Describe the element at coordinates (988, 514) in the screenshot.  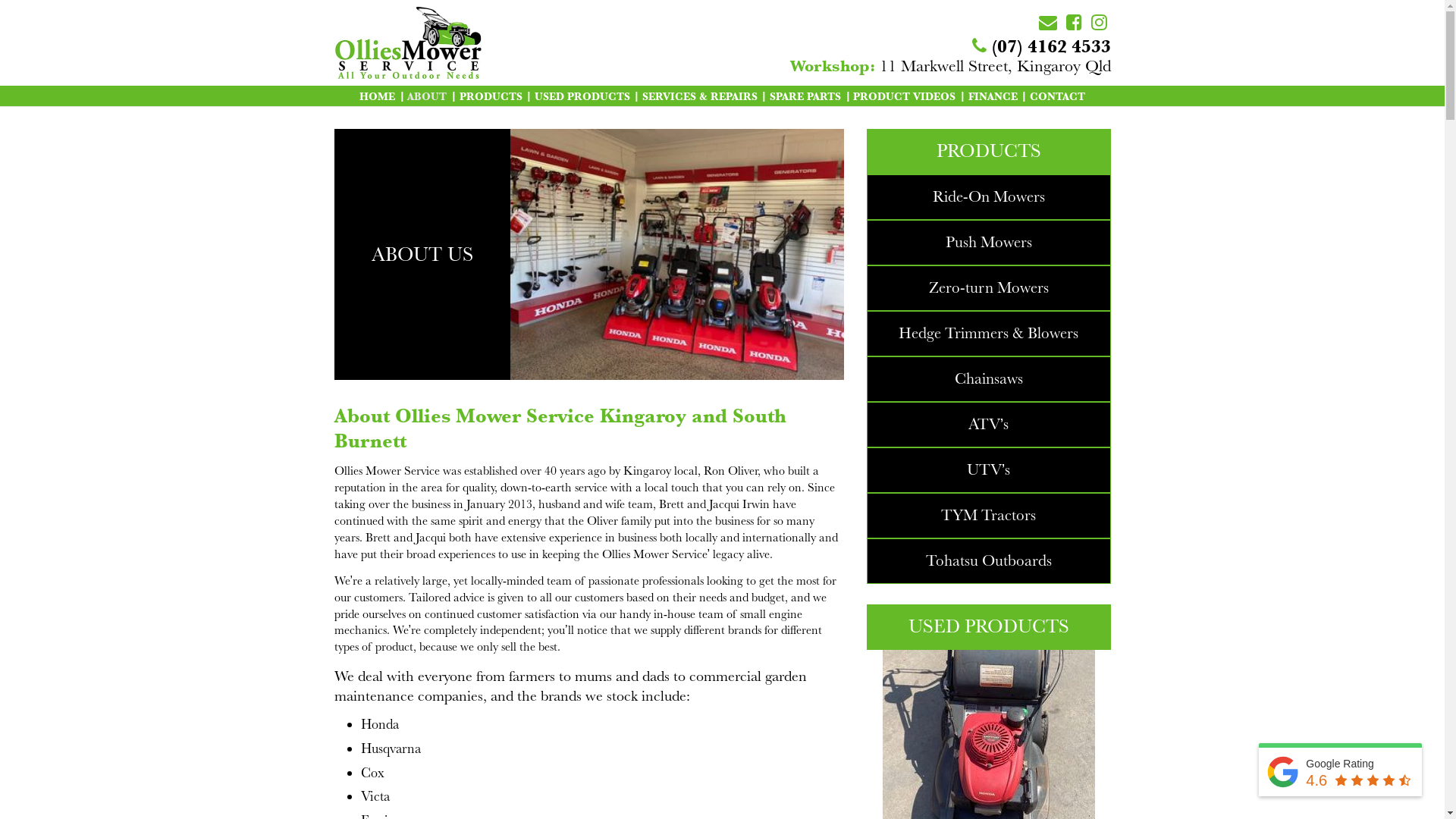
I see `'TYM Tractors'` at that location.